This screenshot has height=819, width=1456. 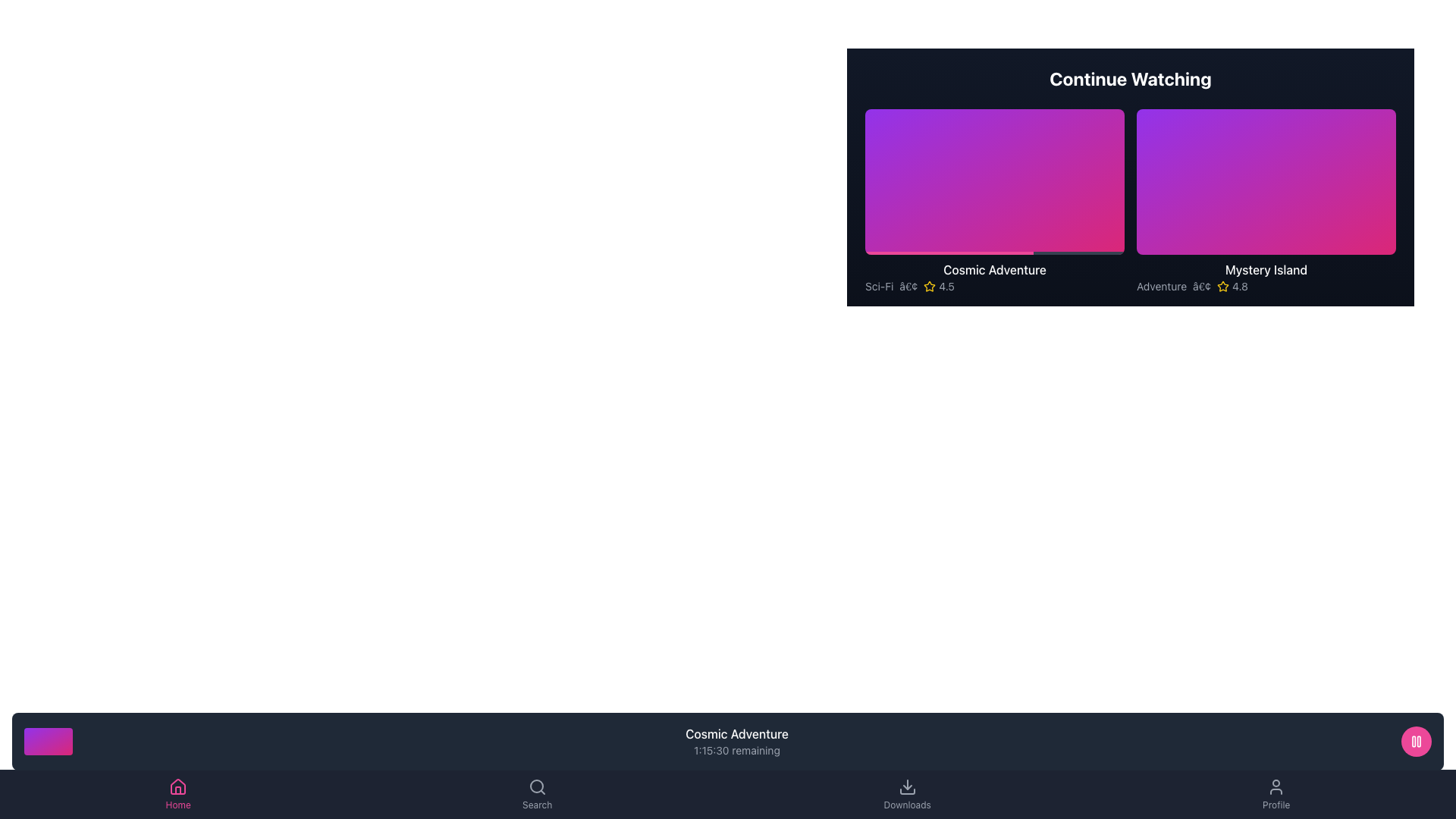 I want to click on the interactive thumbnail for 'Mystery Island' located in the 'Continue Watching' section on the right side of the similar gradient rectangles, so click(x=1266, y=180).